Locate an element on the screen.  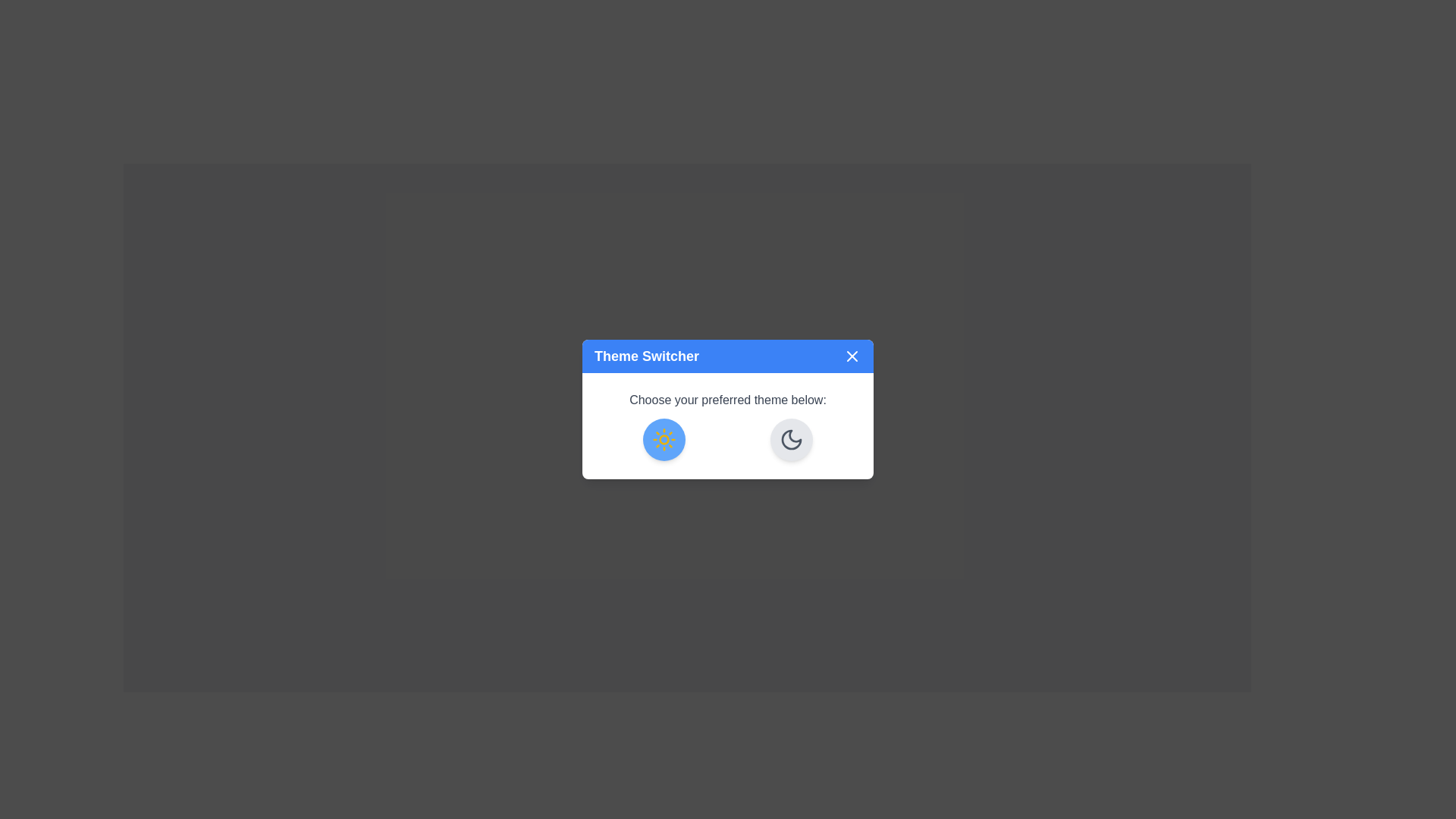
the text label that instructs the user to select a preferred theme, positioned at the top of the dialog box above the theme selection buttons is located at coordinates (728, 400).